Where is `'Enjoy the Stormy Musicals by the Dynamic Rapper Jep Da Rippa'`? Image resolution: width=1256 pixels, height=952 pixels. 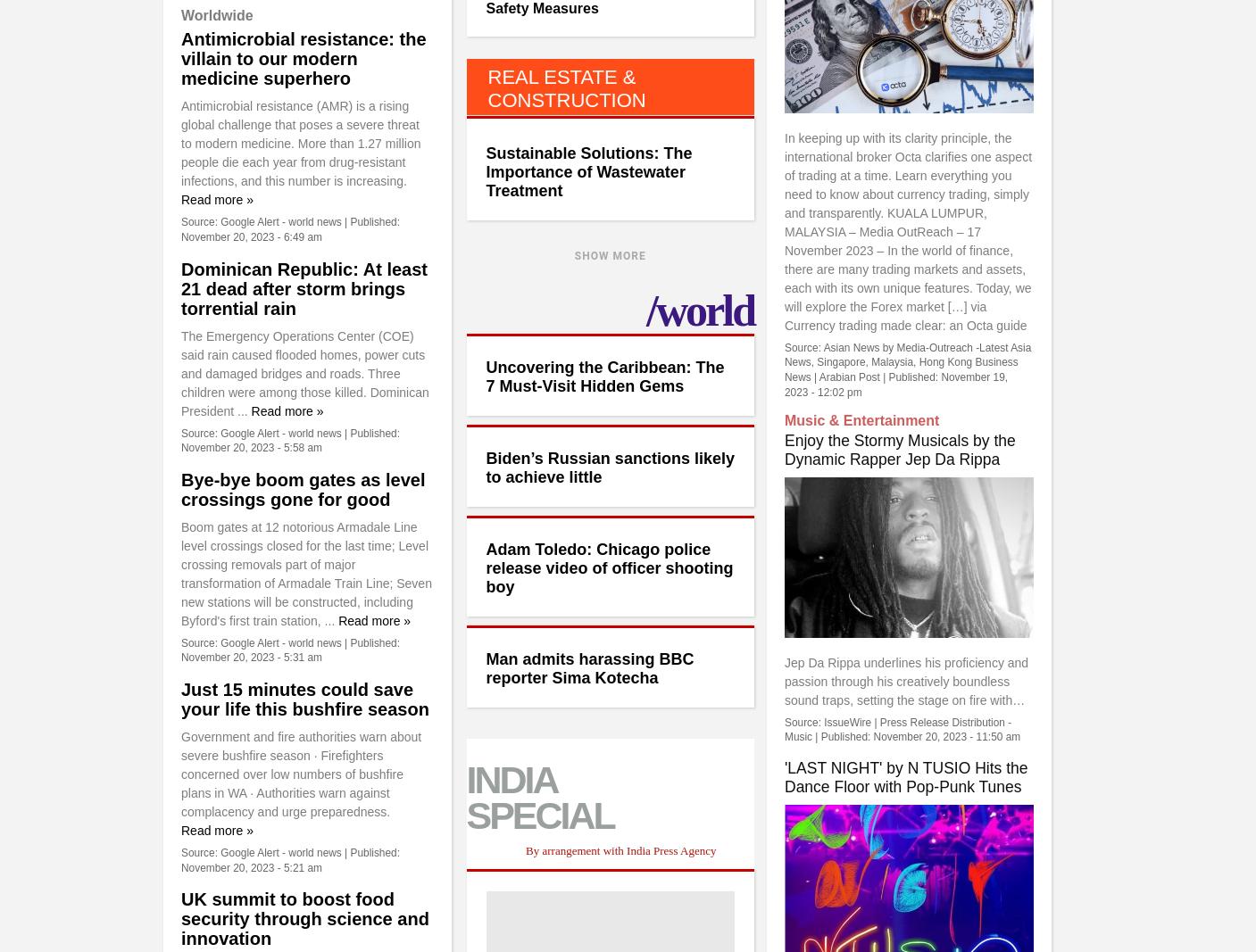 'Enjoy the Stormy Musicals by the Dynamic Rapper Jep Da Rippa' is located at coordinates (898, 449).